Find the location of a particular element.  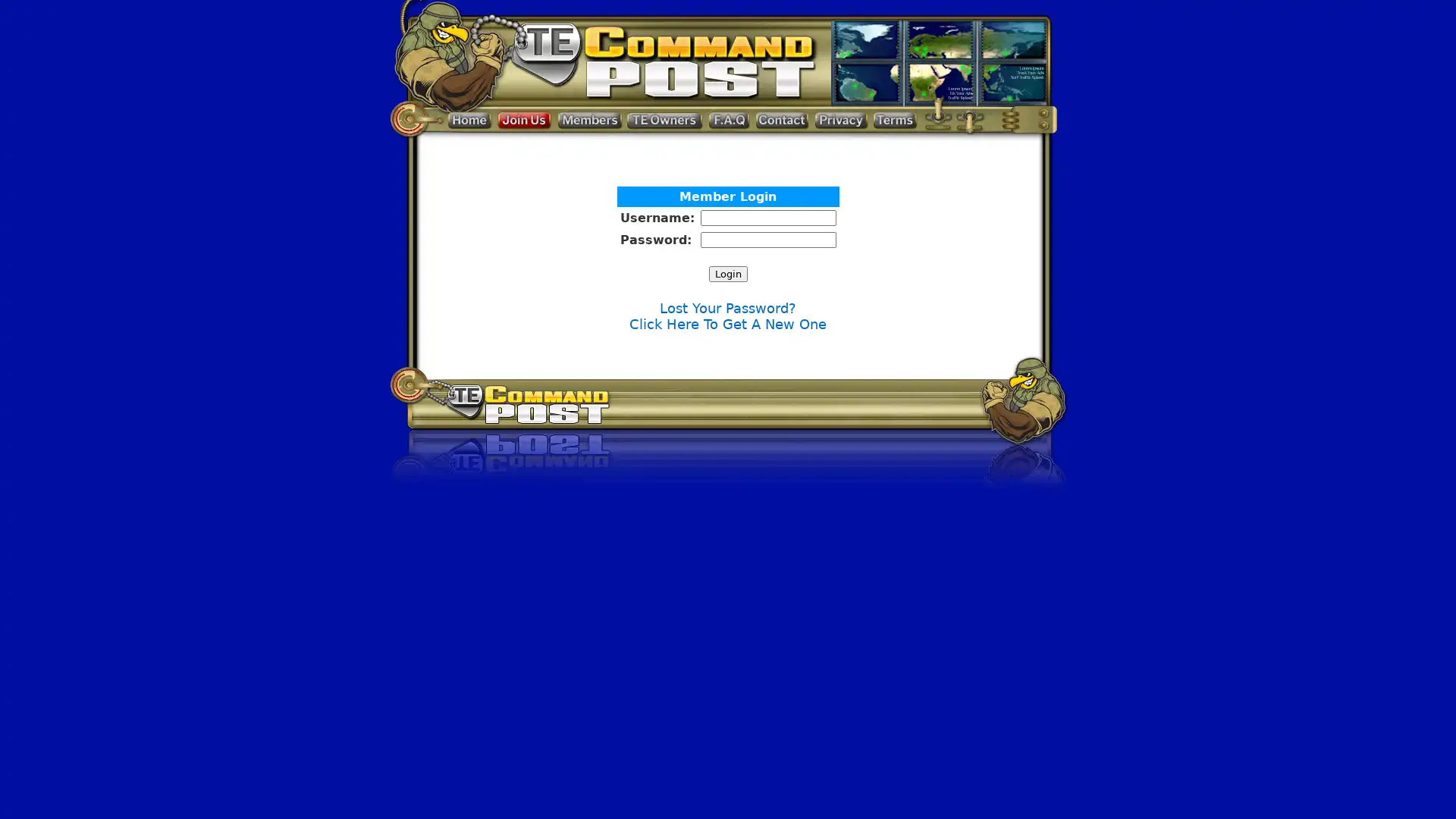

Login is located at coordinates (726, 274).